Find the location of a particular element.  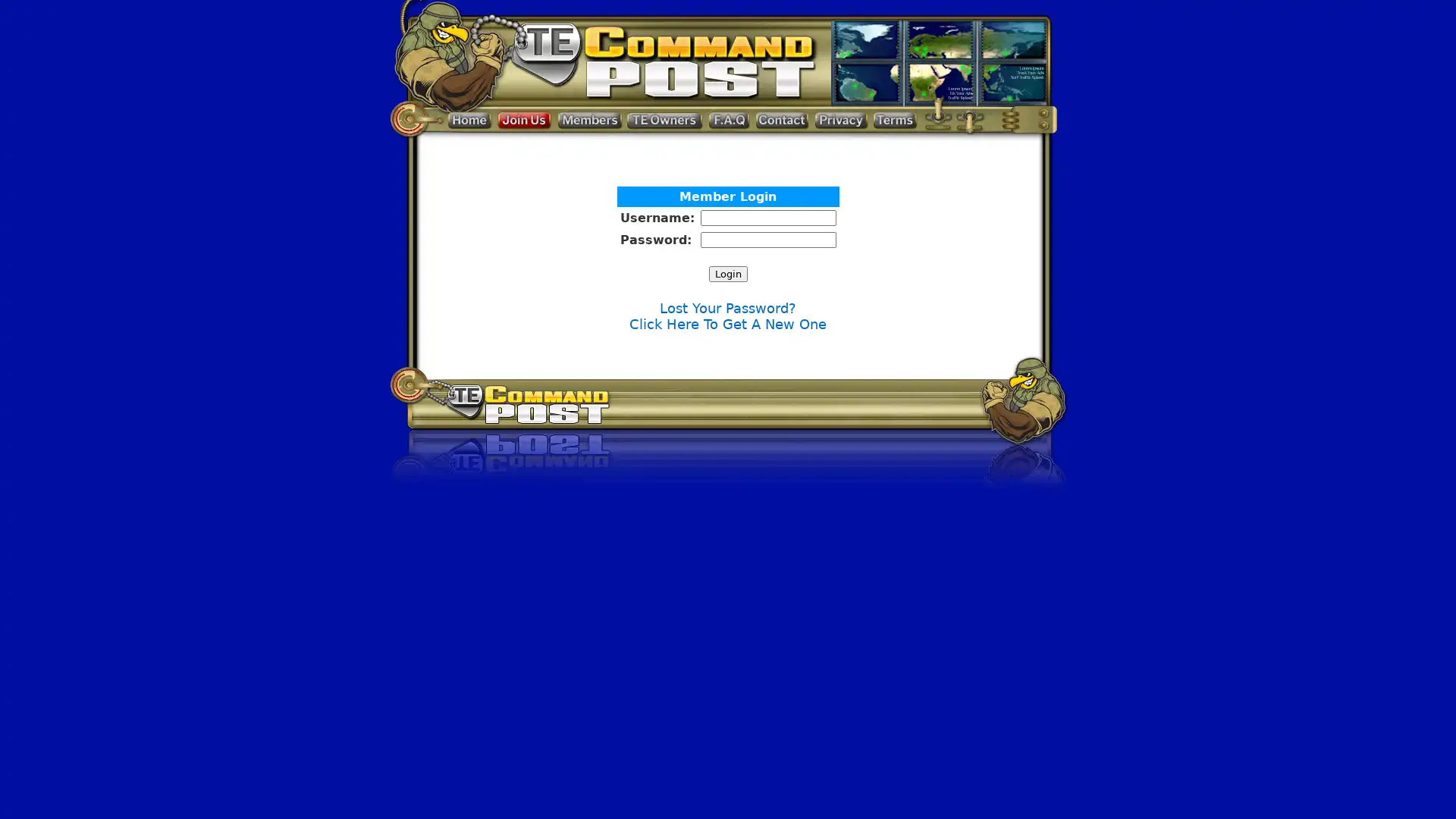

Login is located at coordinates (726, 274).